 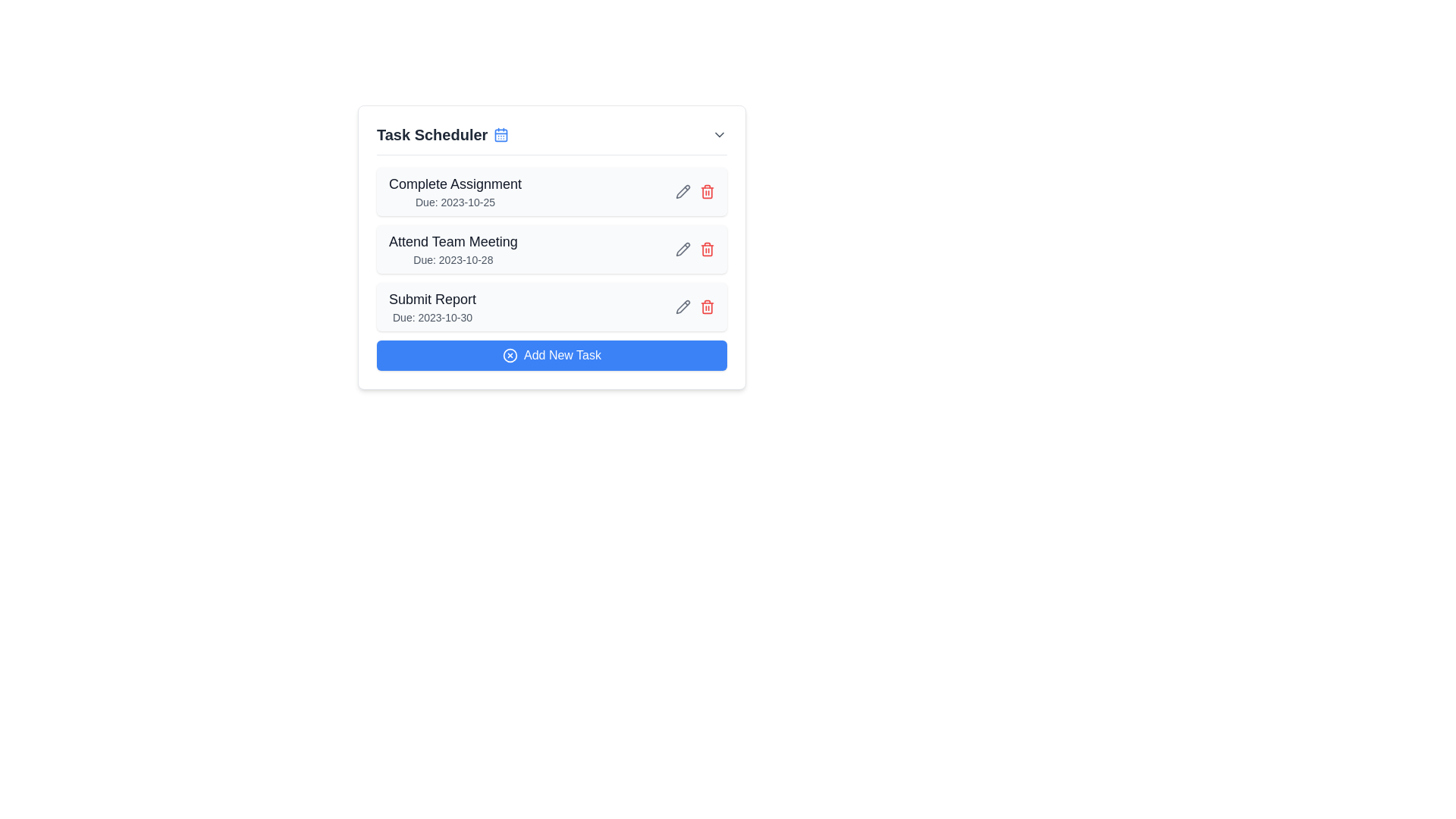 I want to click on the trash bin icon element, which is part of the task scheduler interface, located at the right end of the third task row labeled 'Submit Report', so click(x=706, y=307).